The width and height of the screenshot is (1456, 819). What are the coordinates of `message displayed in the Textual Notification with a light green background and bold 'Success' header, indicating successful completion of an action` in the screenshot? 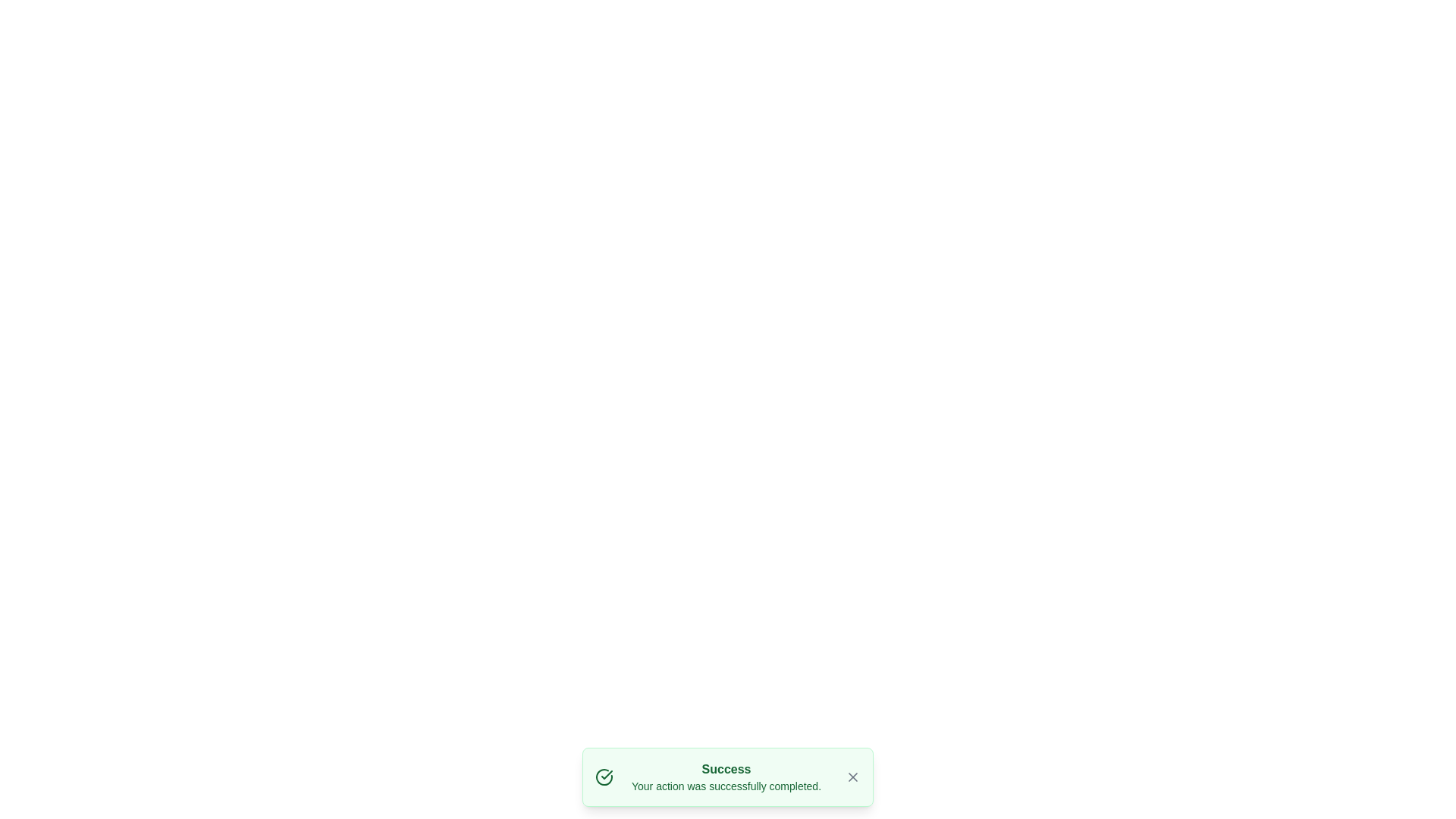 It's located at (726, 777).